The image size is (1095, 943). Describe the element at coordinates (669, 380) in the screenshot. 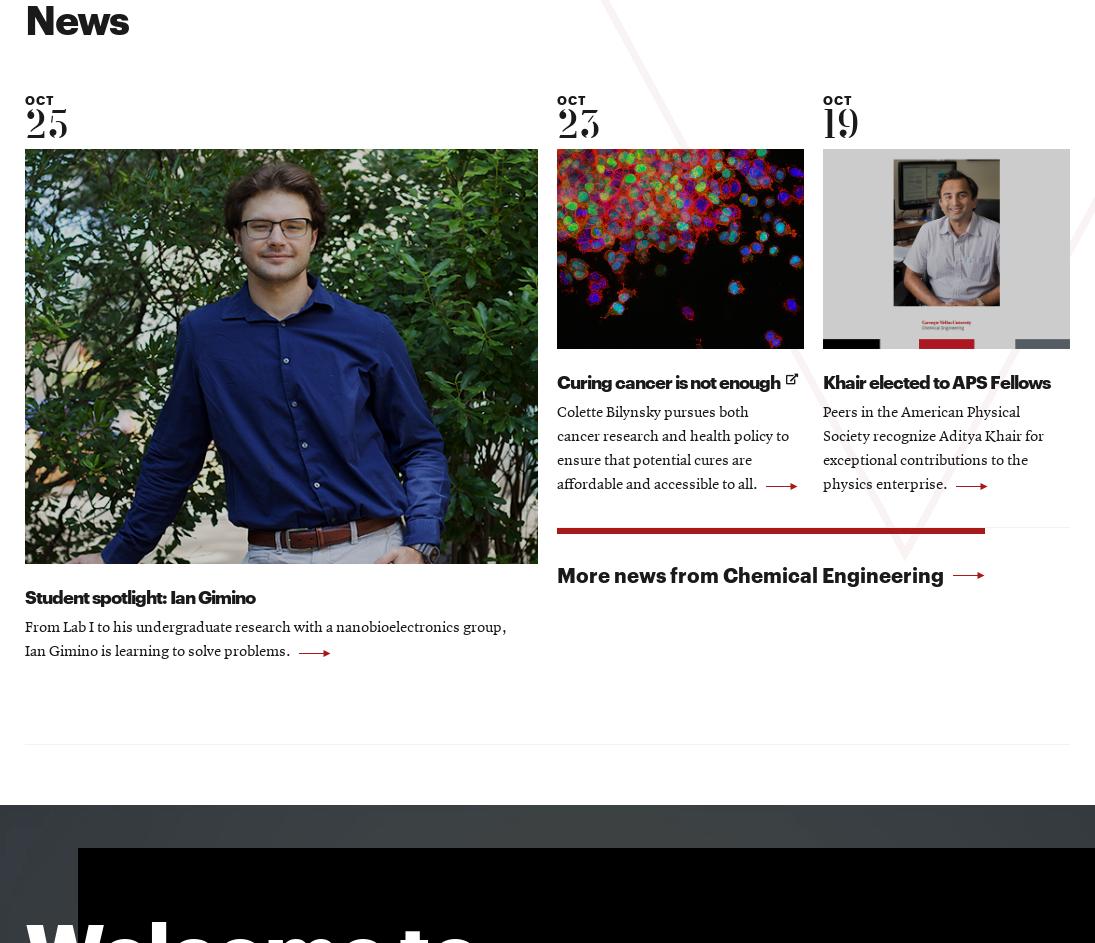

I see `'Curing cancer is not enough'` at that location.